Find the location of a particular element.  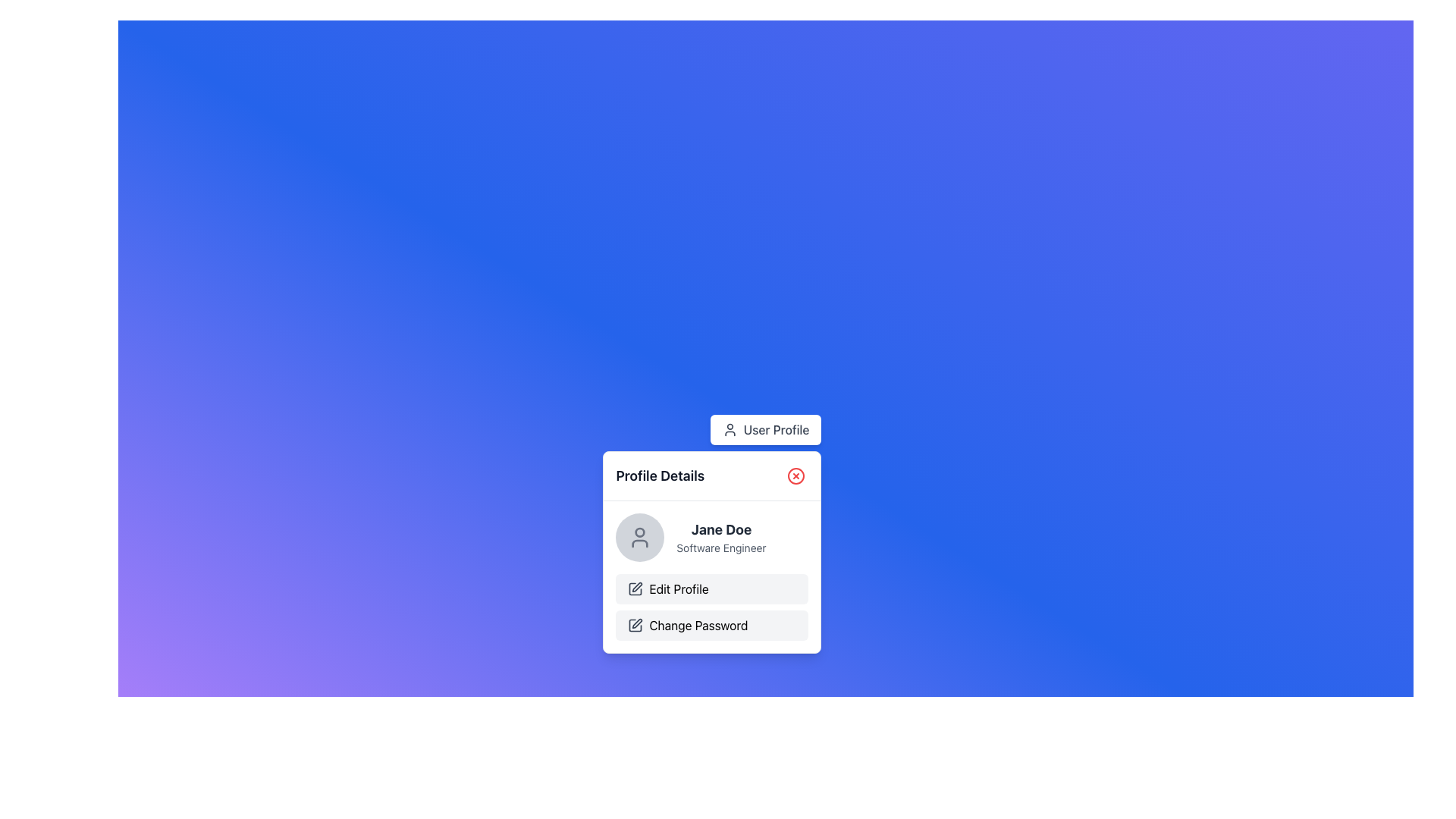

the circular avatar placeholder with a user icon, which features a grey background and is located in the 'Profile Details' card next to the user's name and title is located at coordinates (640, 537).